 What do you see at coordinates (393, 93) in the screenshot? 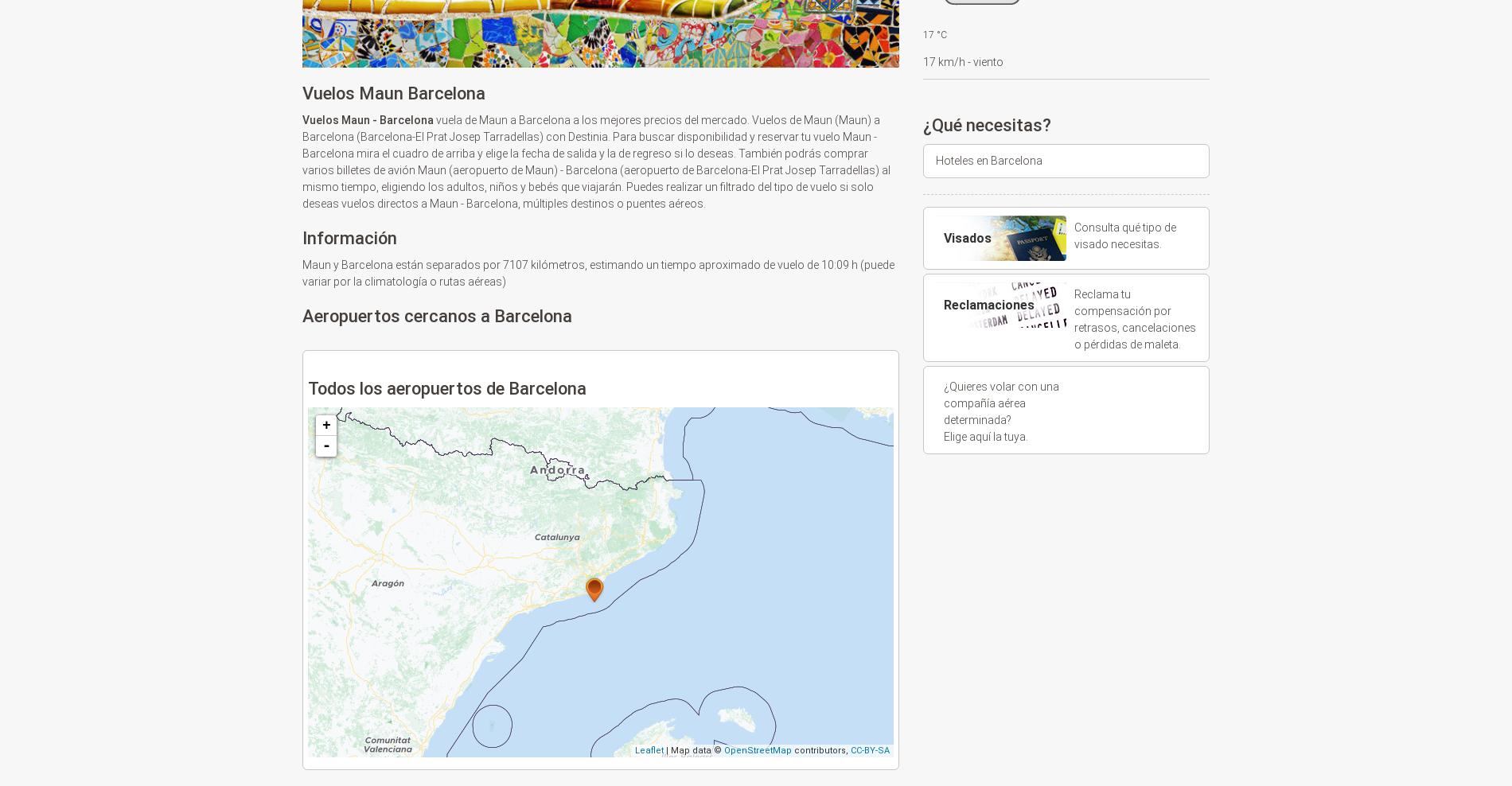
I see `'Vuelos Maun Barcelona'` at bounding box center [393, 93].